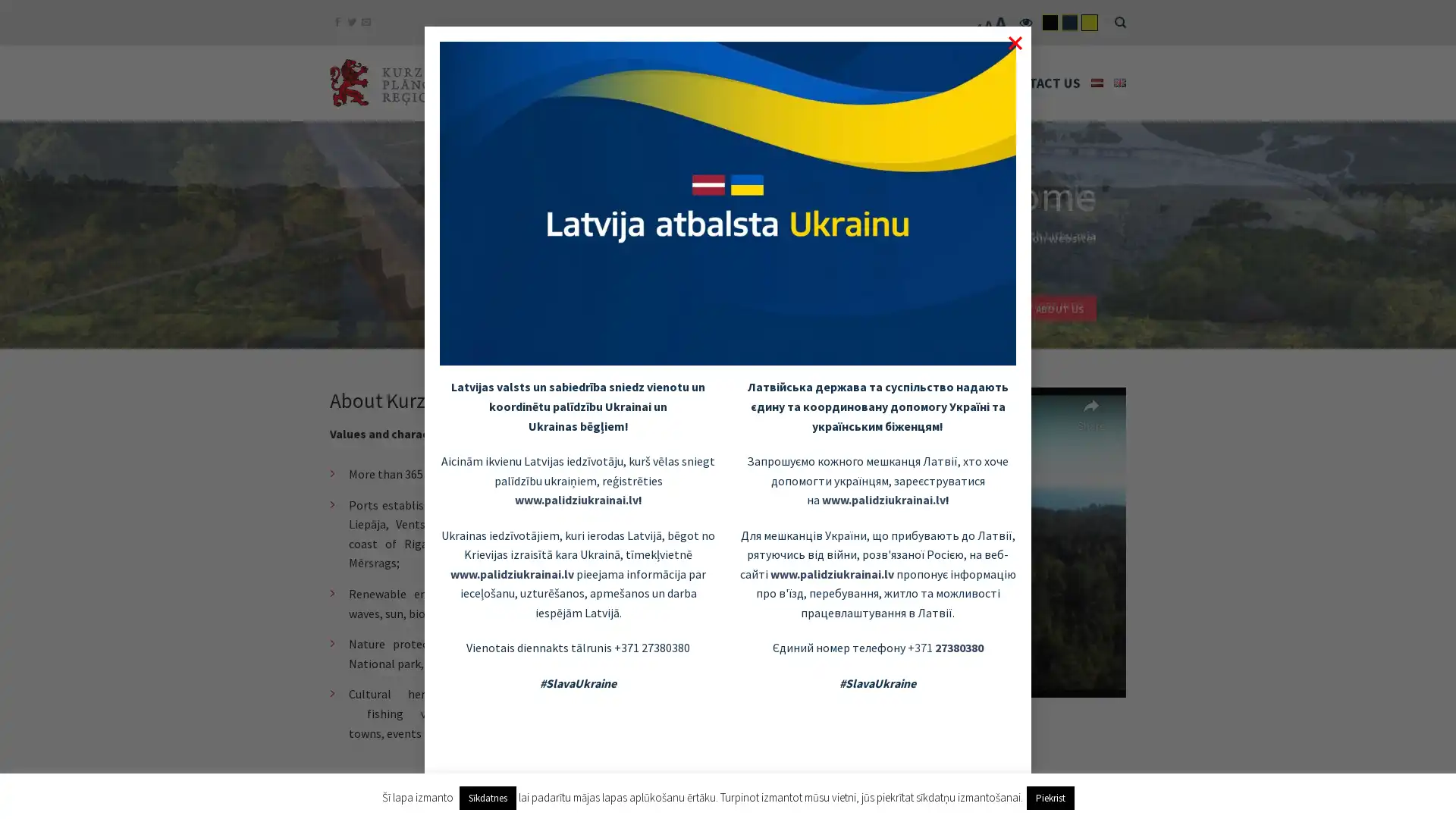 The height and width of the screenshot is (819, 1456). Describe the element at coordinates (487, 797) in the screenshot. I see `Sikdatnes` at that location.